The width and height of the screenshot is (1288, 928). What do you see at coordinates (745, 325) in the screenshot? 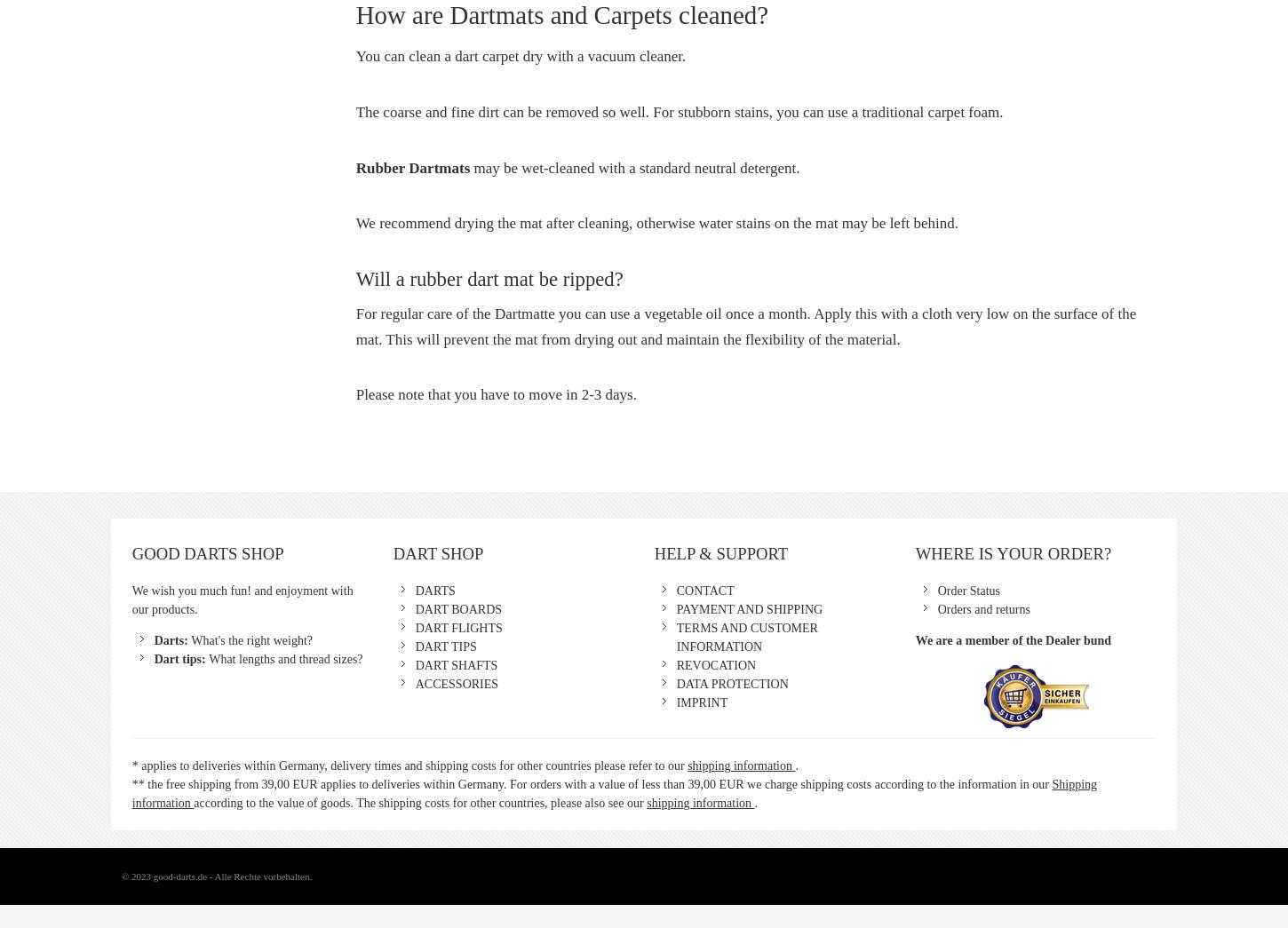
I see `'For regular care of the Dartmatte you can use a vegetable oil once a month. Apply this with a cloth very low on the surface of the mat. This will prevent the mat from drying out and maintain the flexibility of the material.'` at bounding box center [745, 325].